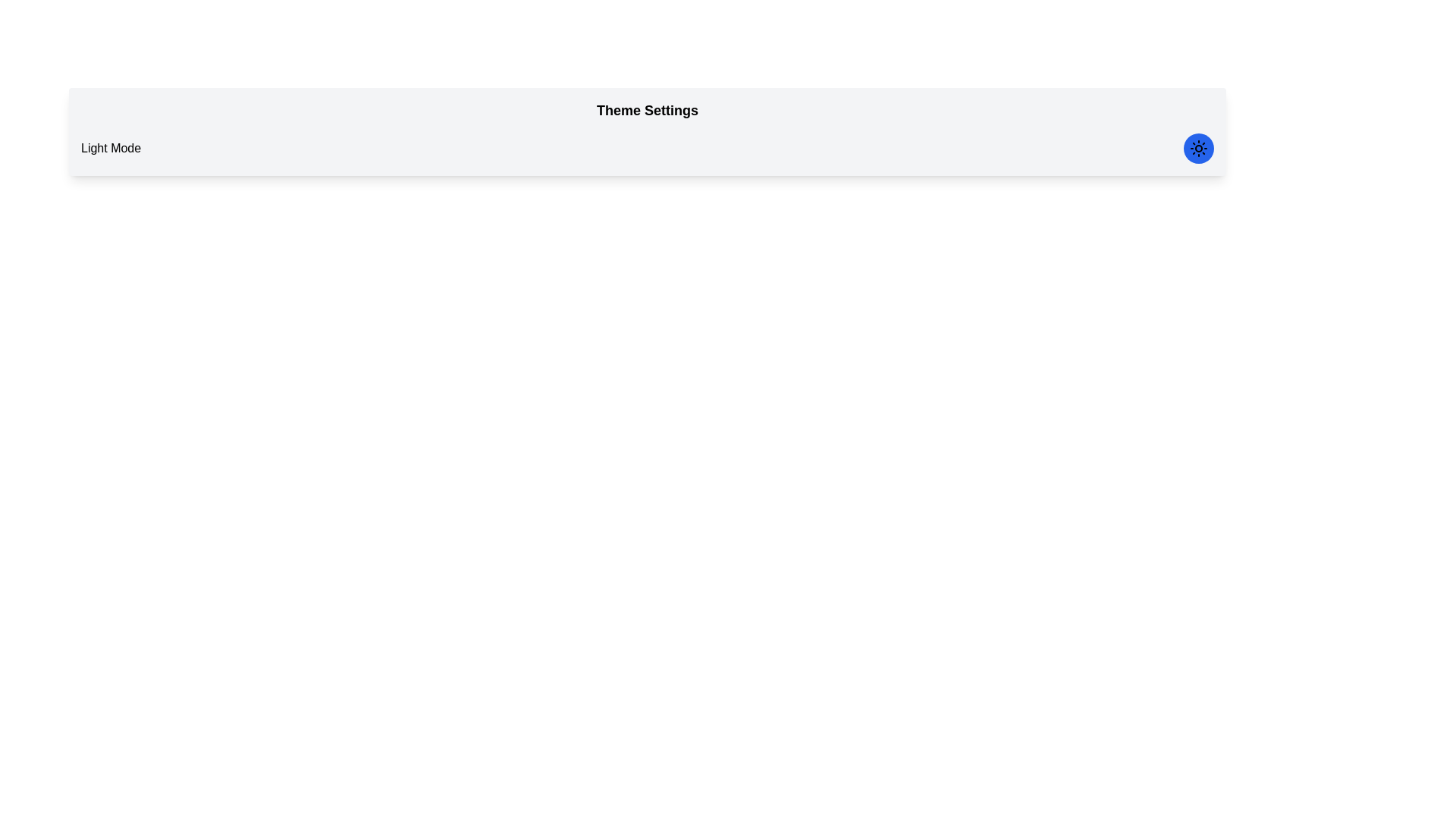 Image resolution: width=1456 pixels, height=819 pixels. What do you see at coordinates (1197, 149) in the screenshot?
I see `the circular interactive button with a blue background and a sunburst icon` at bounding box center [1197, 149].